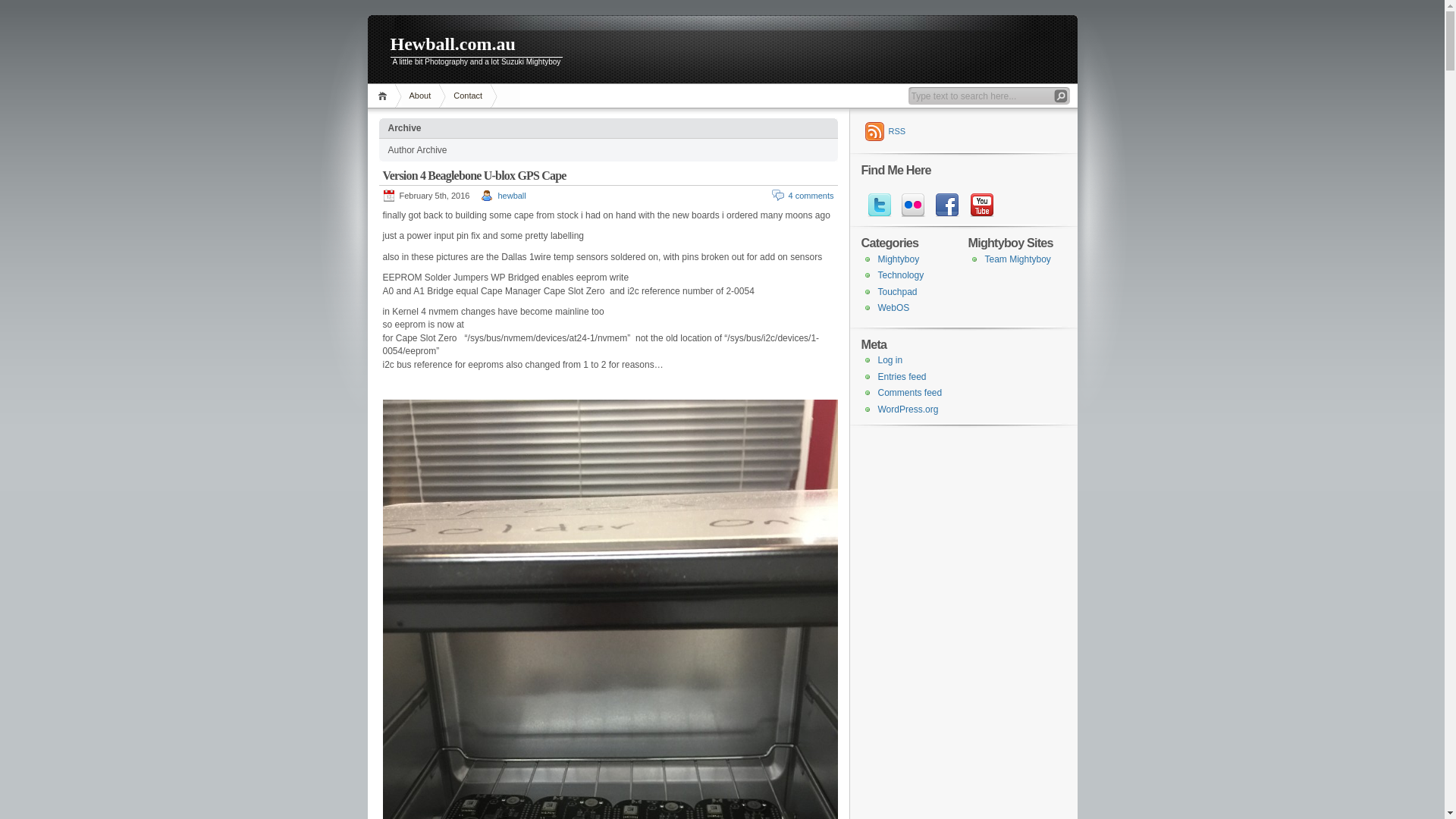 The width and height of the screenshot is (1456, 819). What do you see at coordinates (511, 195) in the screenshot?
I see `'hewball'` at bounding box center [511, 195].